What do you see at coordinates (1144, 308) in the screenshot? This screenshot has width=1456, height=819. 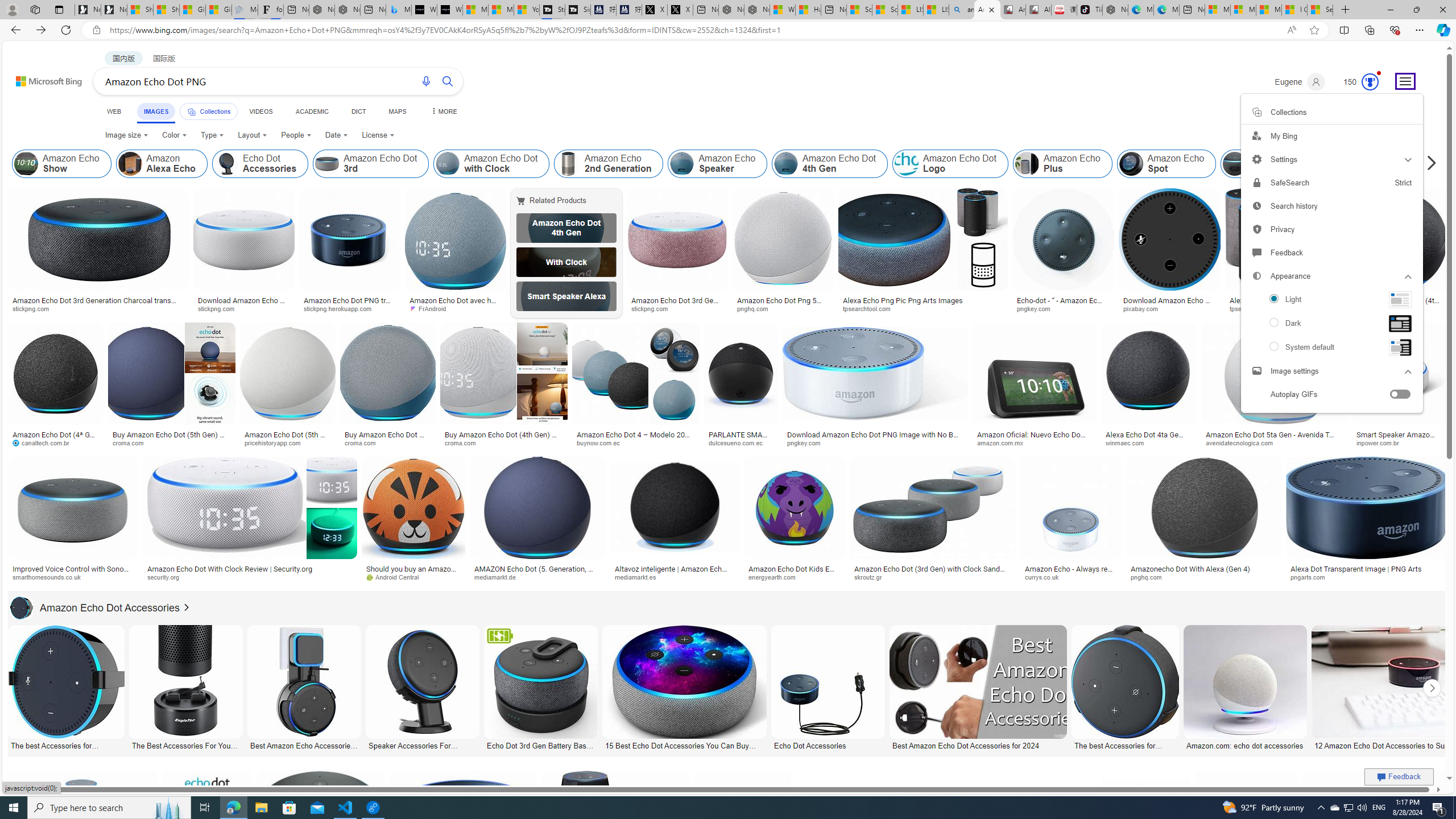 I see `'pixabay.com'` at bounding box center [1144, 308].